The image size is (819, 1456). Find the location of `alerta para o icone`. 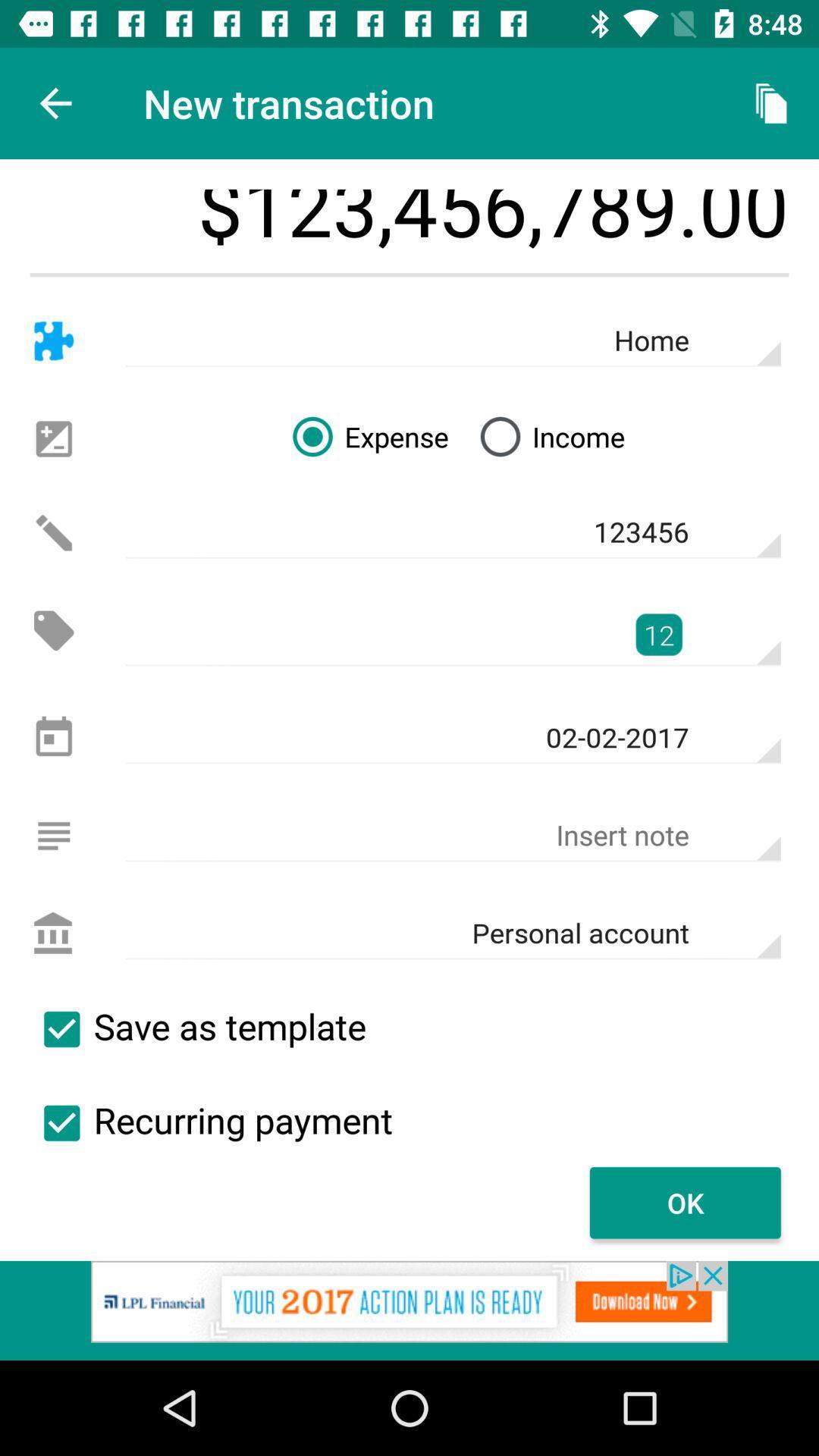

alerta para o icone is located at coordinates (53, 532).